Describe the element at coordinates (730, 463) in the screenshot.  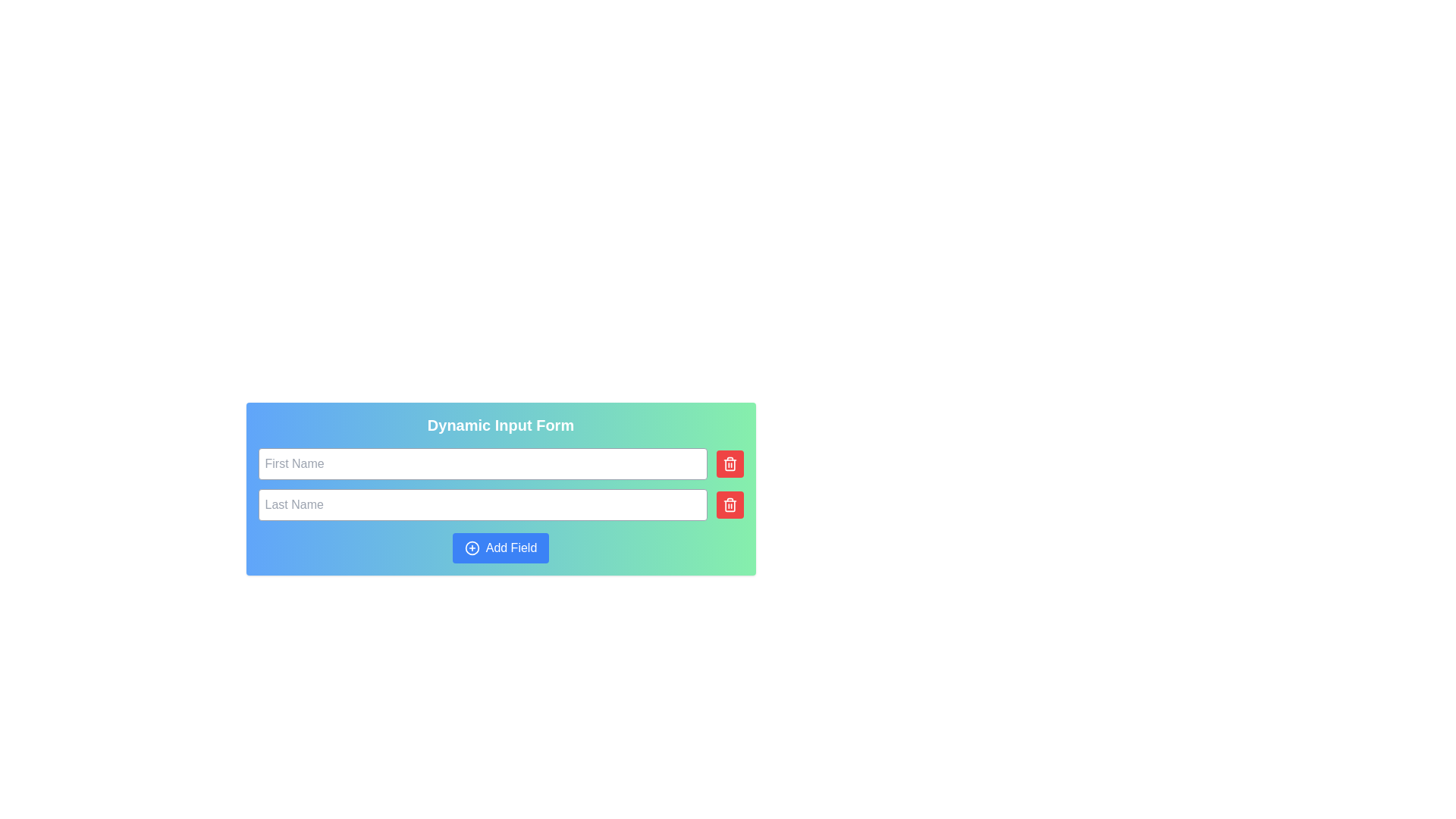
I see `the delete button located directly to the right of the 'First Name' text input field` at that location.